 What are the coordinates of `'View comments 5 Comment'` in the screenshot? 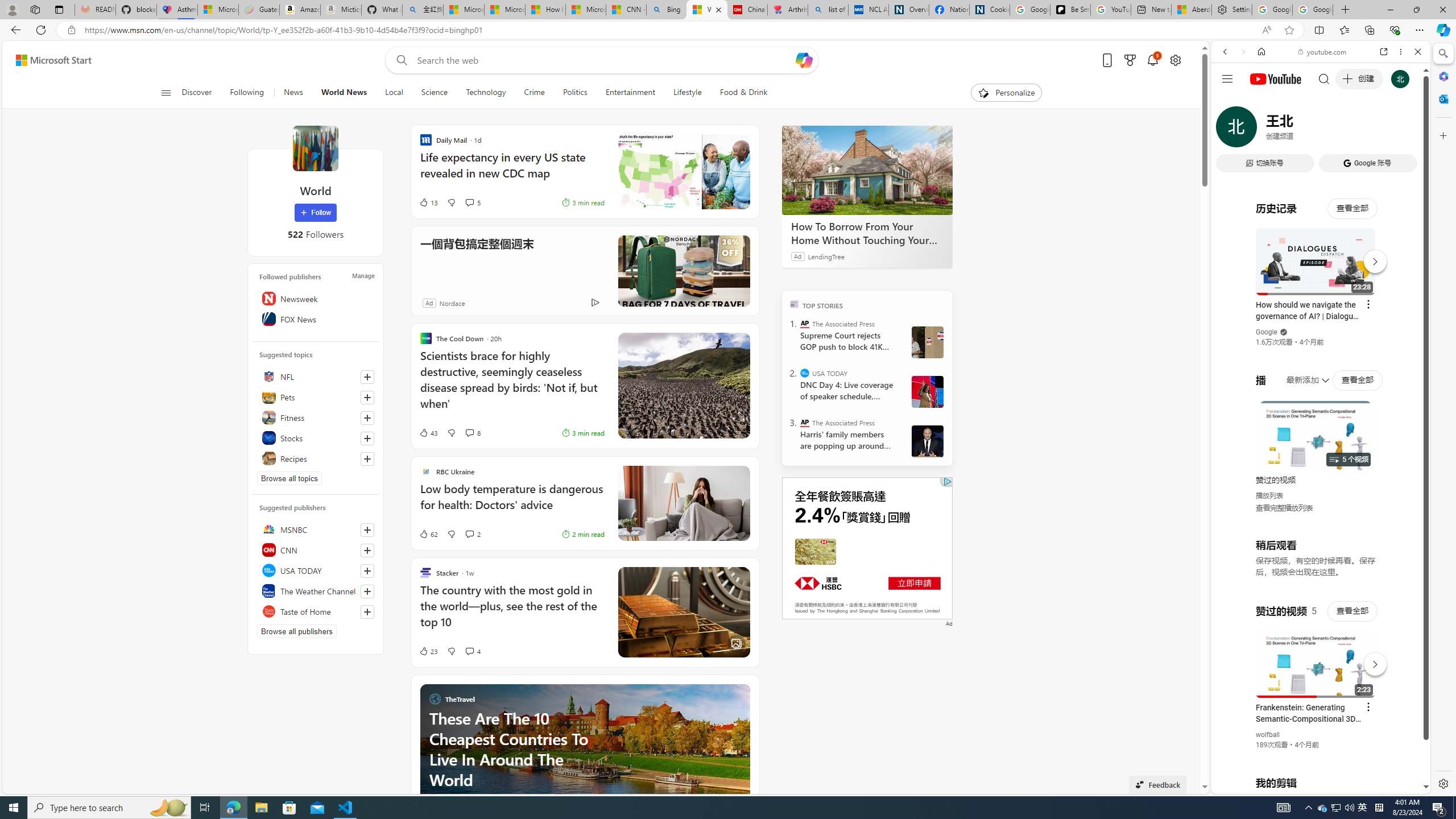 It's located at (469, 202).